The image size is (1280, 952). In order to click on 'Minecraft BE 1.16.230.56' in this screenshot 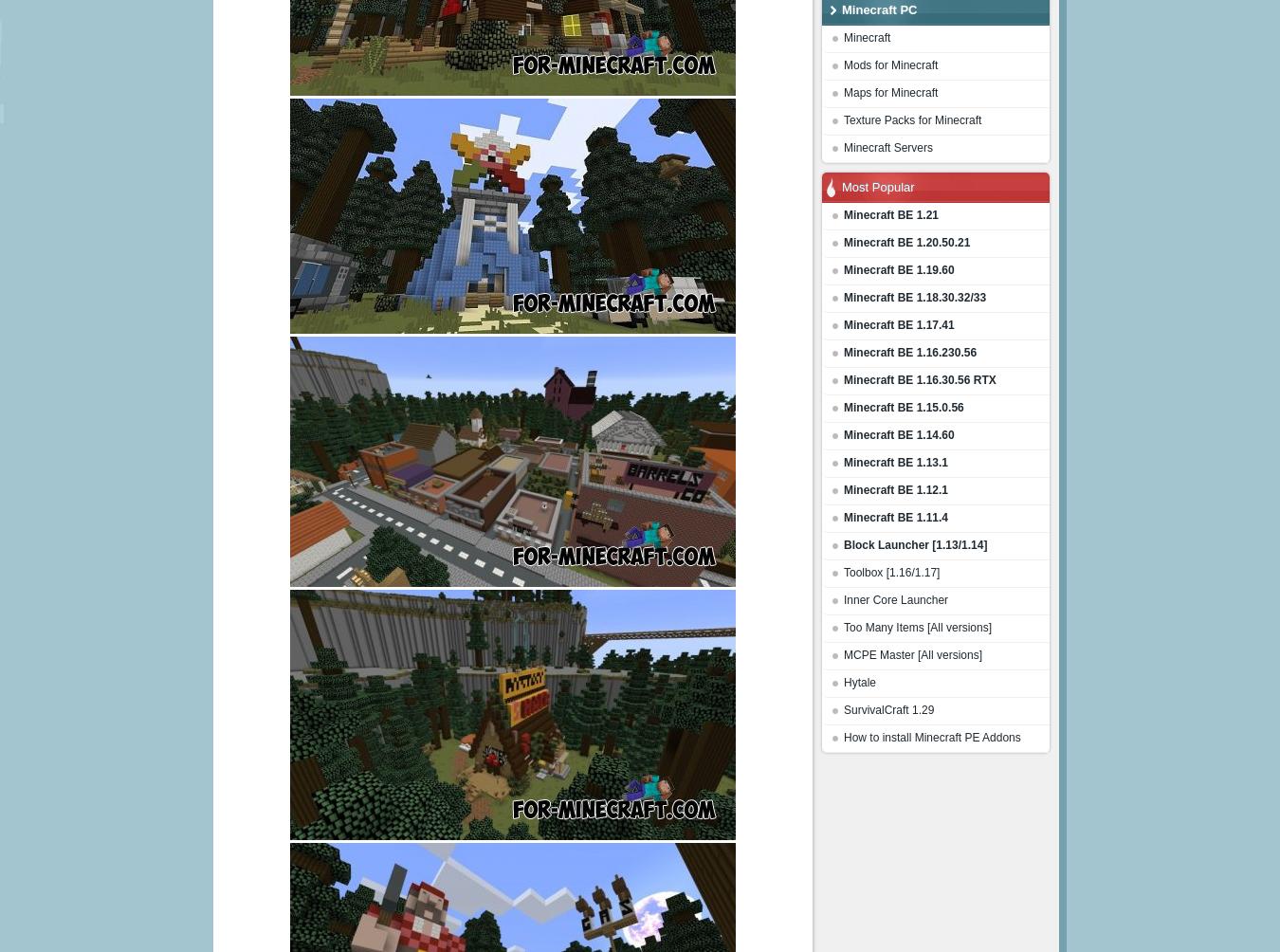, I will do `click(908, 352)`.